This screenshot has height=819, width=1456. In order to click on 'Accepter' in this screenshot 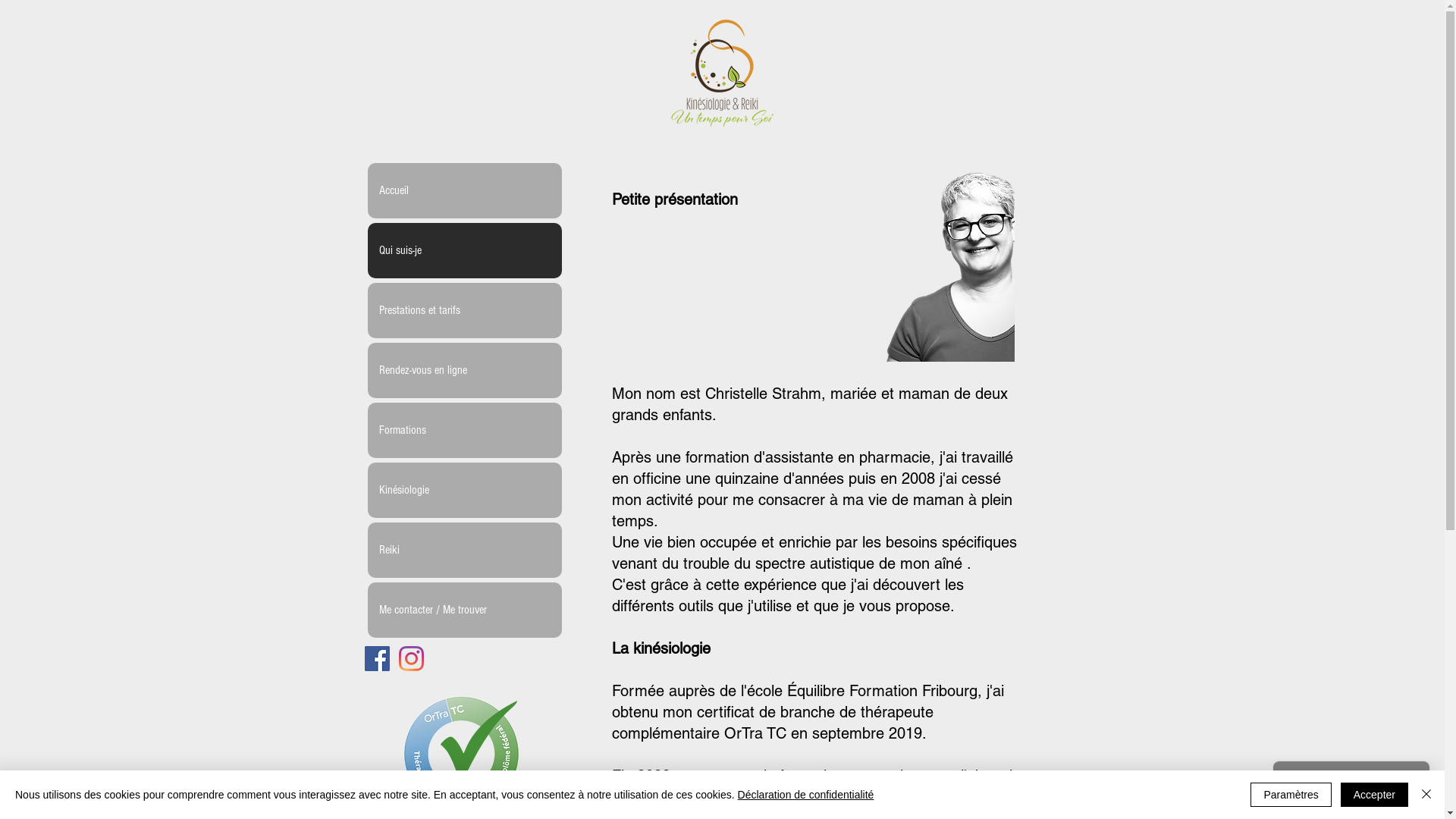, I will do `click(1374, 794)`.